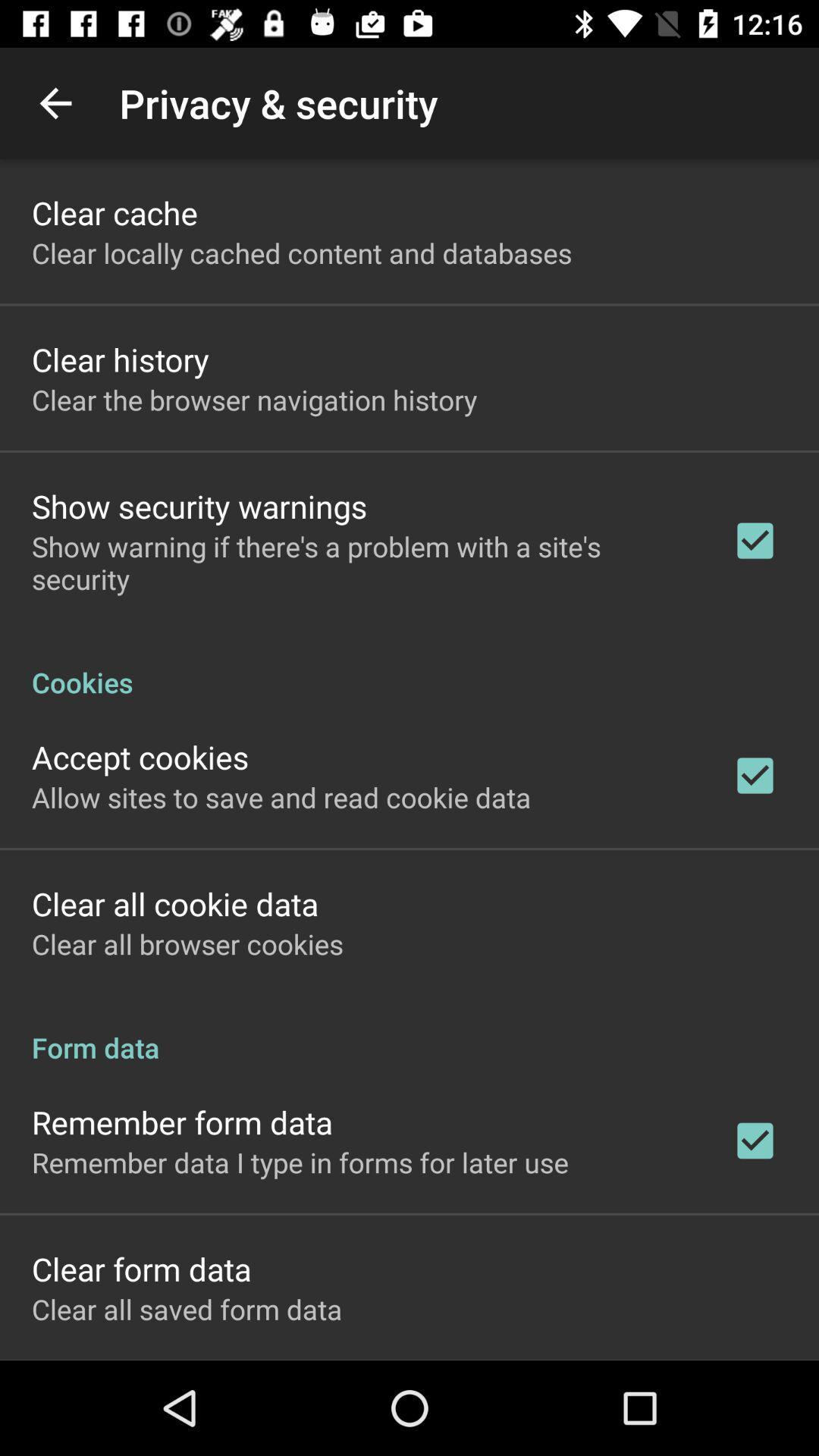 The width and height of the screenshot is (819, 1456). I want to click on app above cookies item, so click(362, 562).